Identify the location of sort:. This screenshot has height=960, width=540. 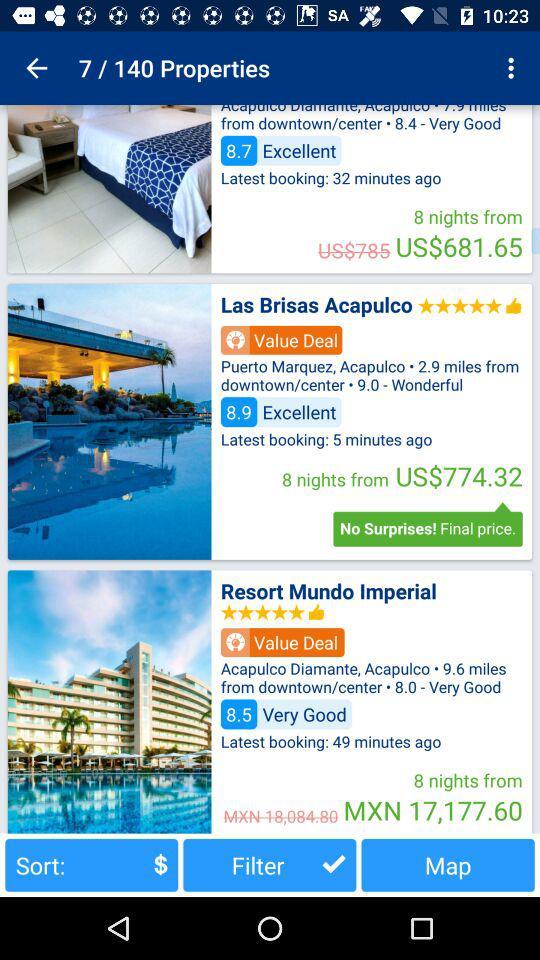
(90, 864).